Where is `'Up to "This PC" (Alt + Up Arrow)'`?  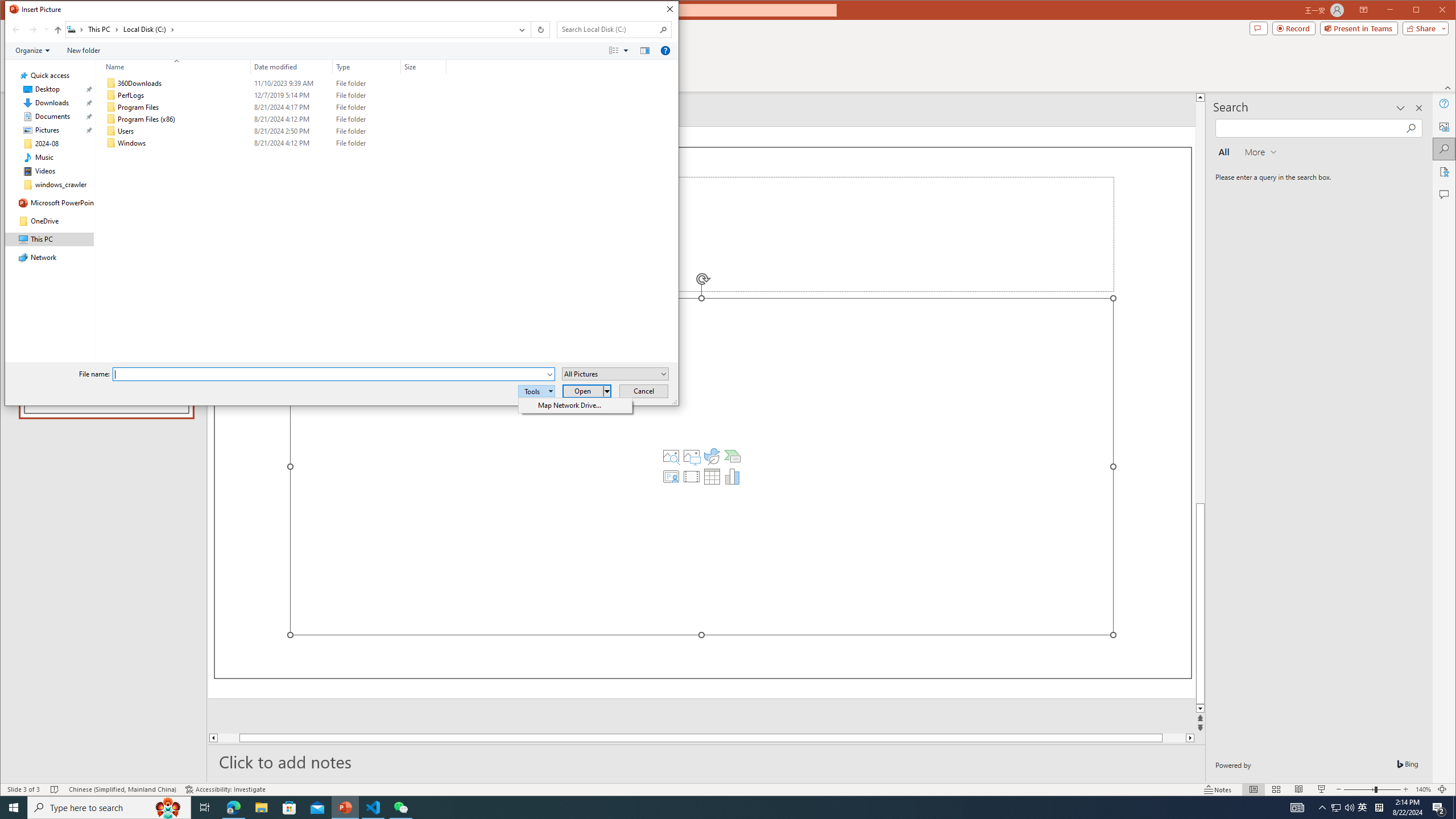 'Up to "This PC" (Alt + Up Arrow)' is located at coordinates (57, 29).